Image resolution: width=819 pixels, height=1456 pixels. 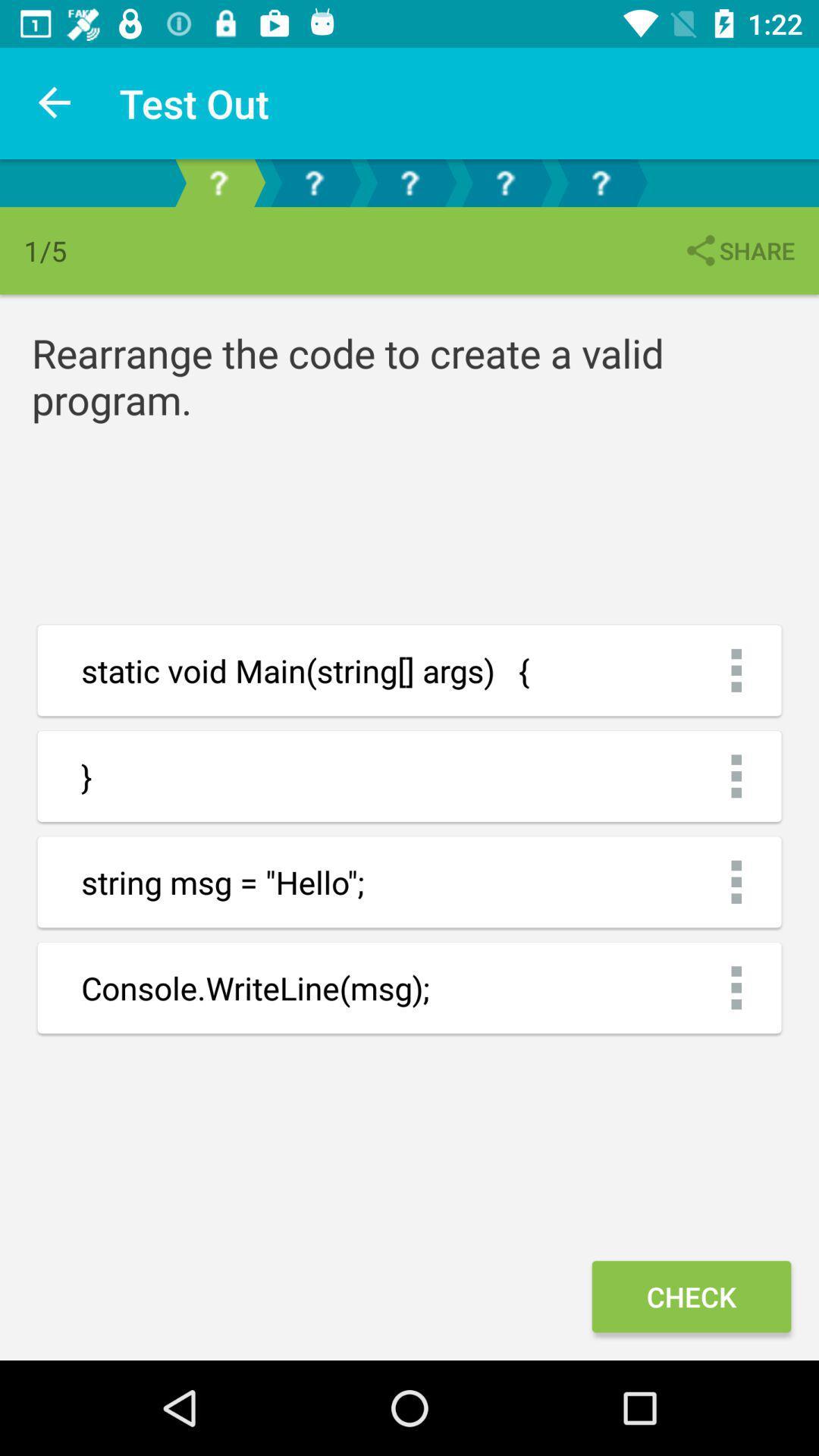 I want to click on the help icon, so click(x=409, y=182).